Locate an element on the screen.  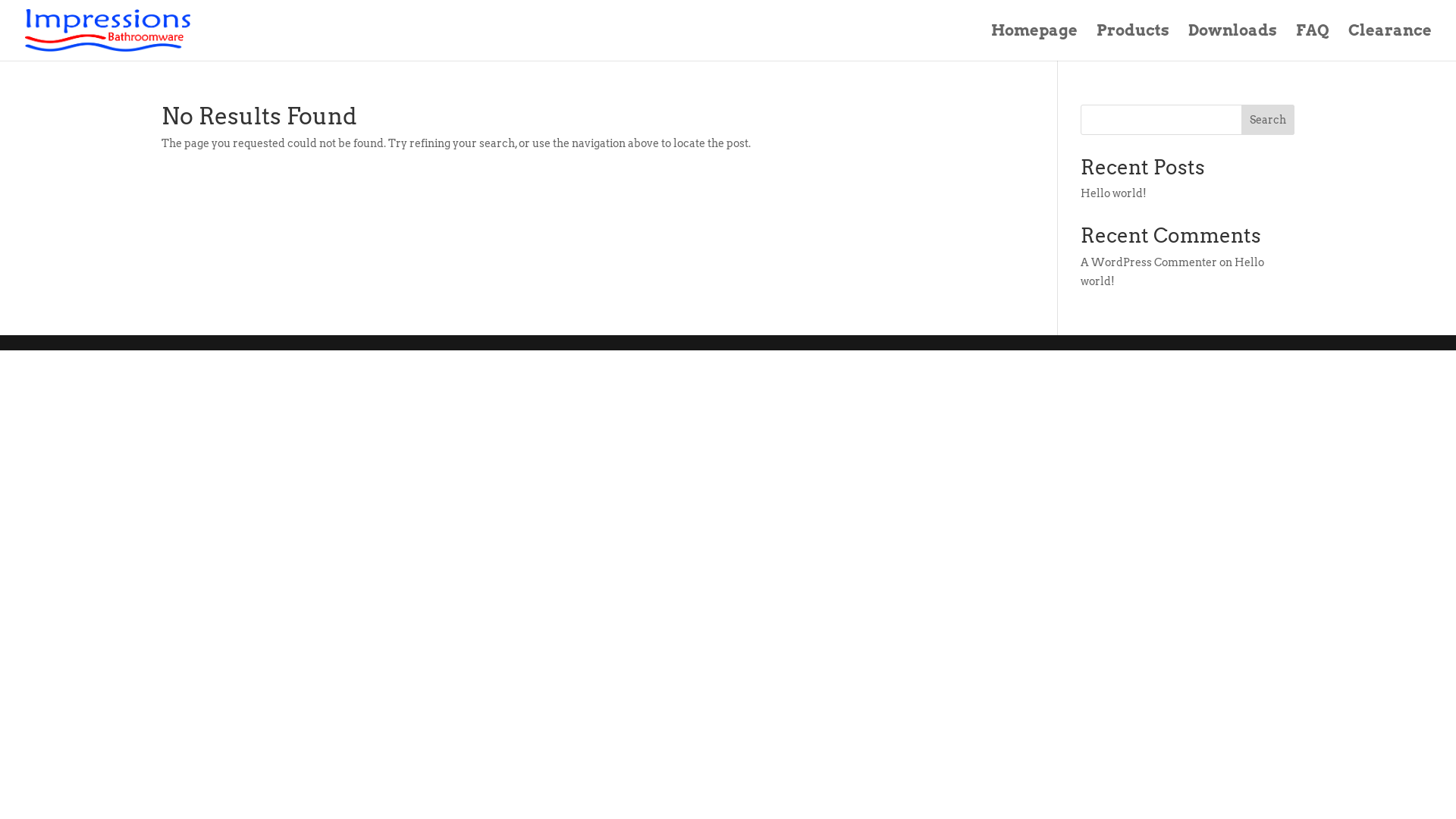
'FAQ' is located at coordinates (1312, 42).